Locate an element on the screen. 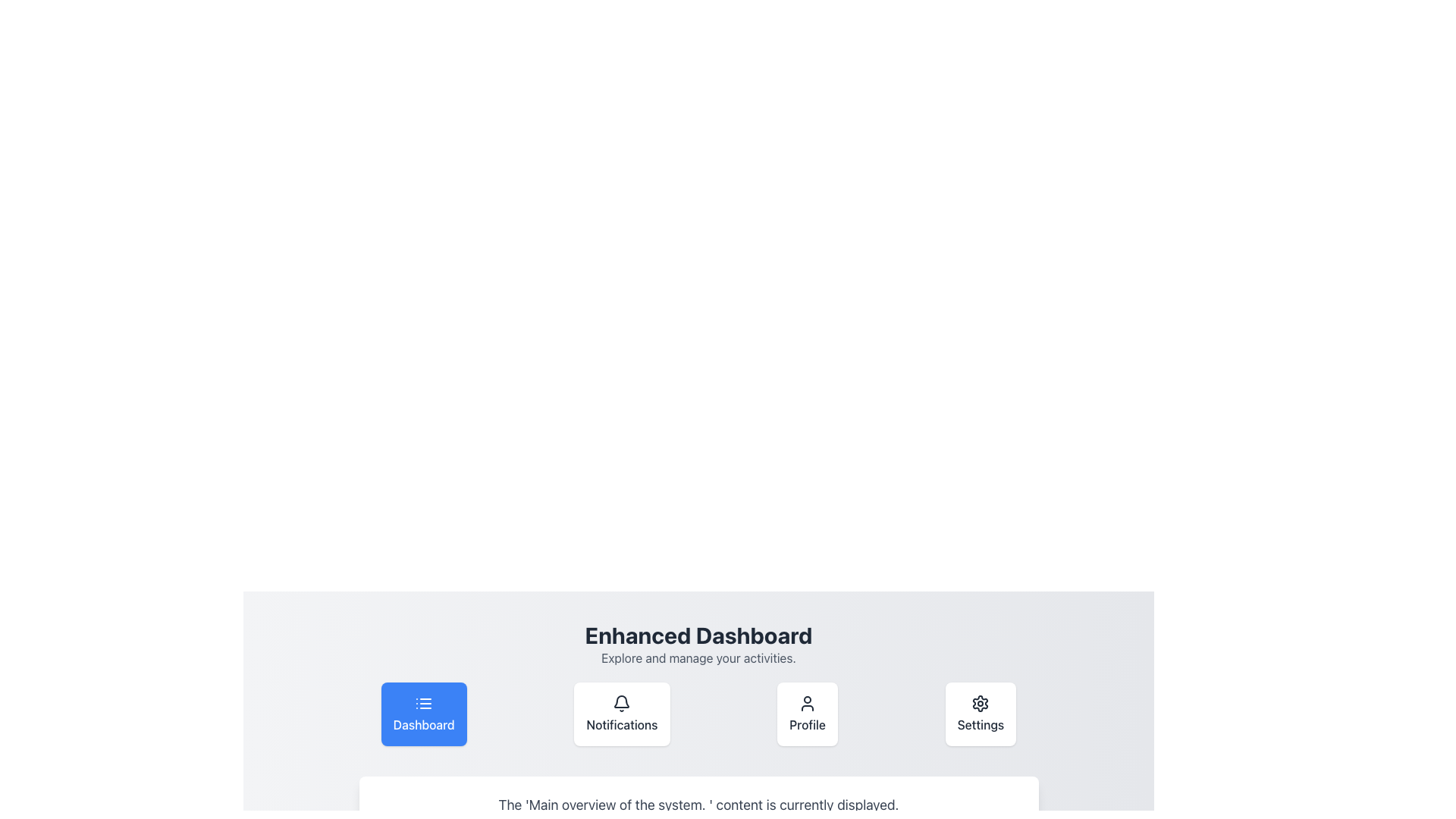  the rounded rectangle button labeled 'Notifications' with a white background and gray text, located in the middle-right of the row of buttons below the 'Enhanced Dashboard' header is located at coordinates (622, 714).